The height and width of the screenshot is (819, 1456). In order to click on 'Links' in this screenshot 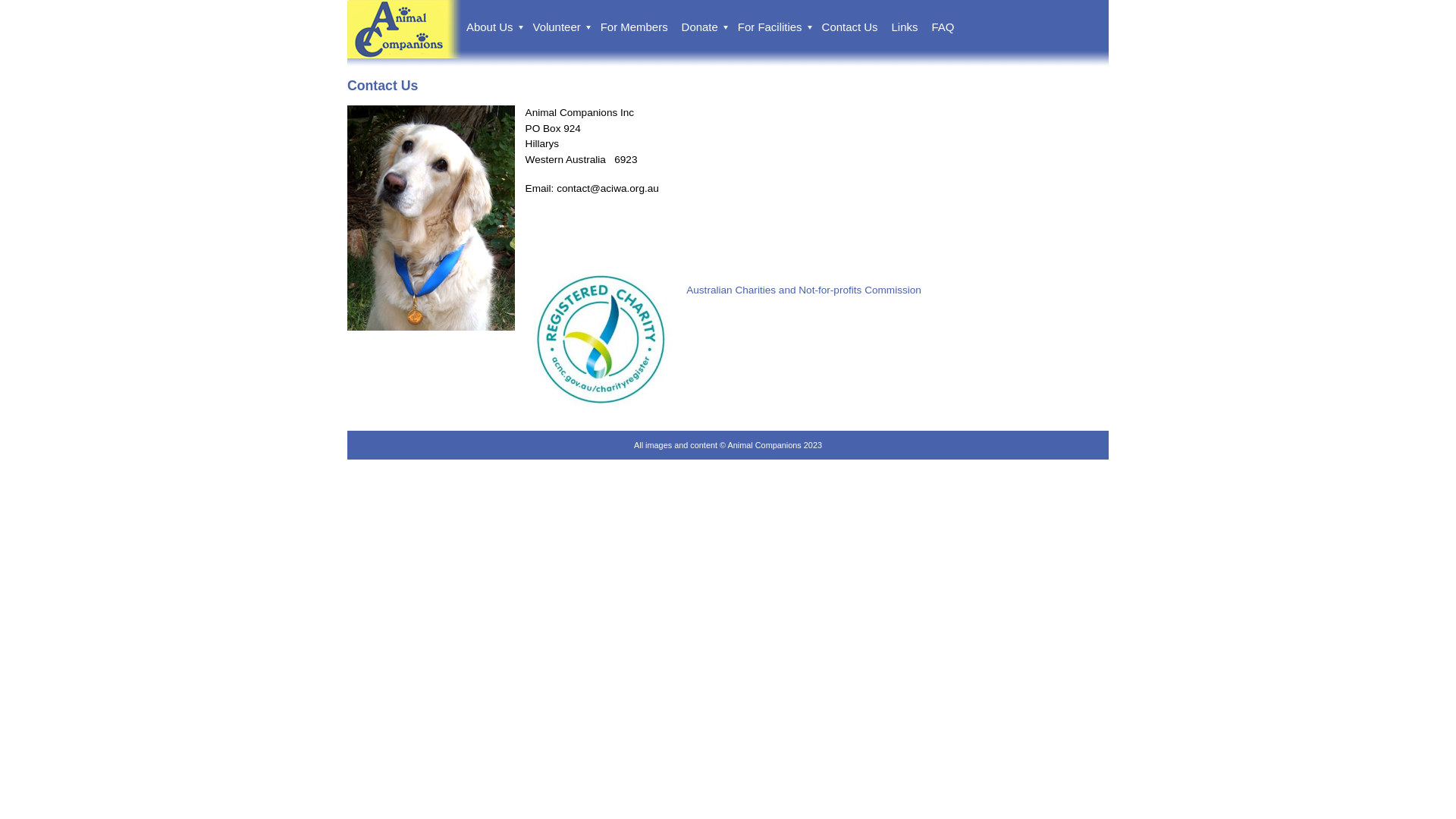, I will do `click(906, 27)`.